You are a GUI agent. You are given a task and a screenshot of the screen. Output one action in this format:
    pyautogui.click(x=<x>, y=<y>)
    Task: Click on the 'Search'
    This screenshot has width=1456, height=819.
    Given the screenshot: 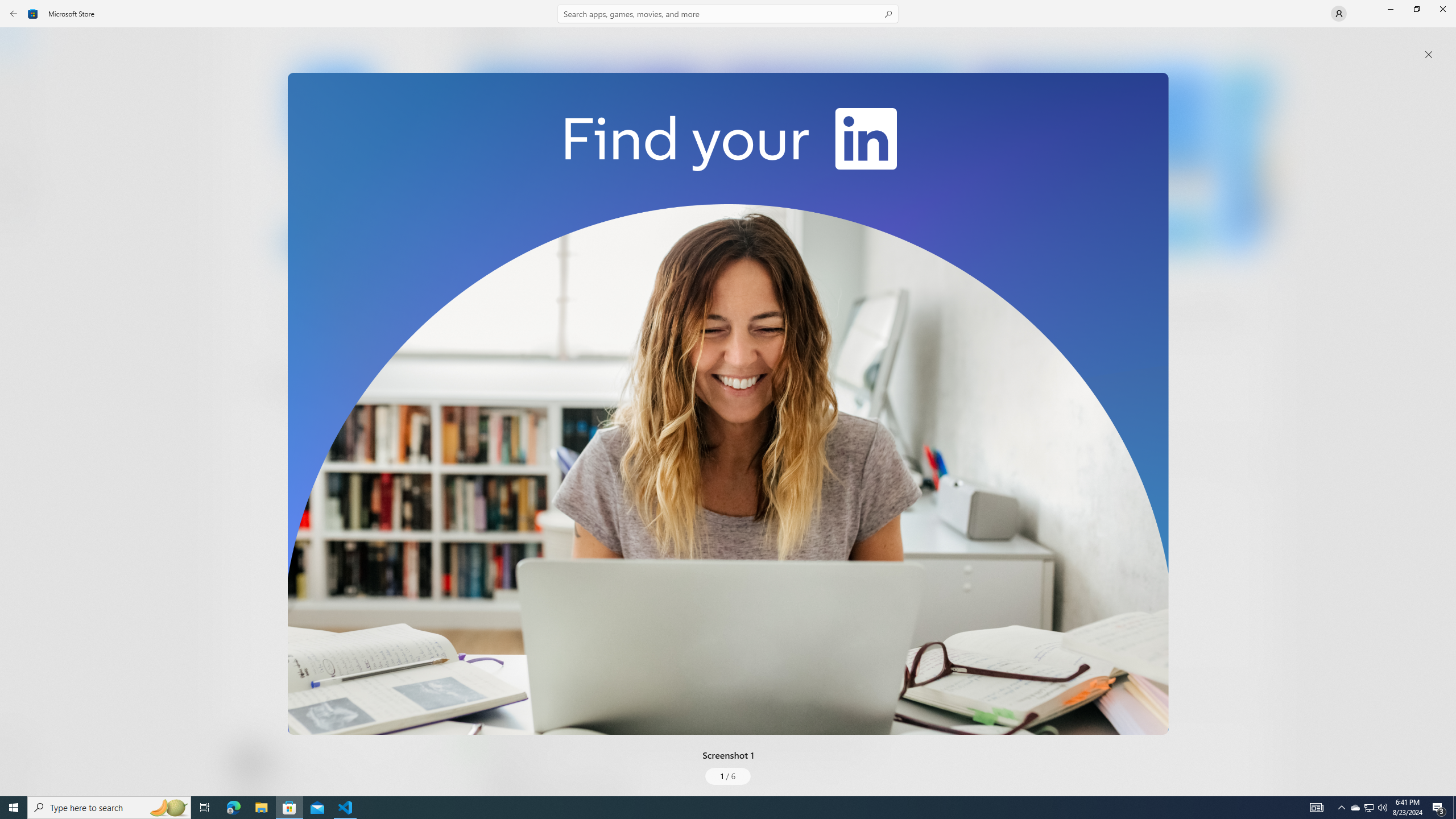 What is the action you would take?
    pyautogui.click(x=728, y=13)
    